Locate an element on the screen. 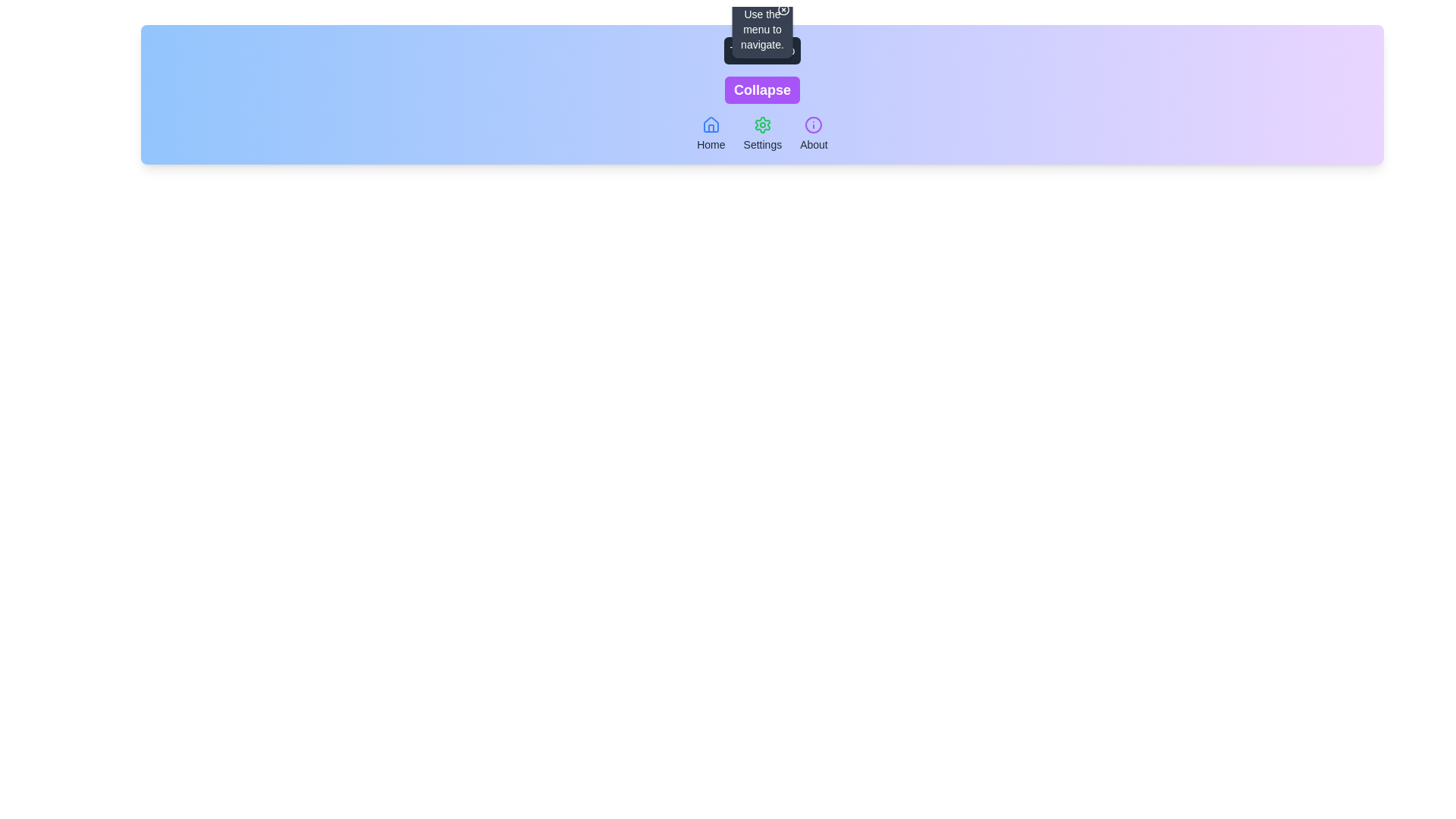 The image size is (1456, 819). the 'Home' button, which features a blue house icon and the label 'Home' in dark gray, located in the top center region of the interface within the navigation menu is located at coordinates (710, 133).